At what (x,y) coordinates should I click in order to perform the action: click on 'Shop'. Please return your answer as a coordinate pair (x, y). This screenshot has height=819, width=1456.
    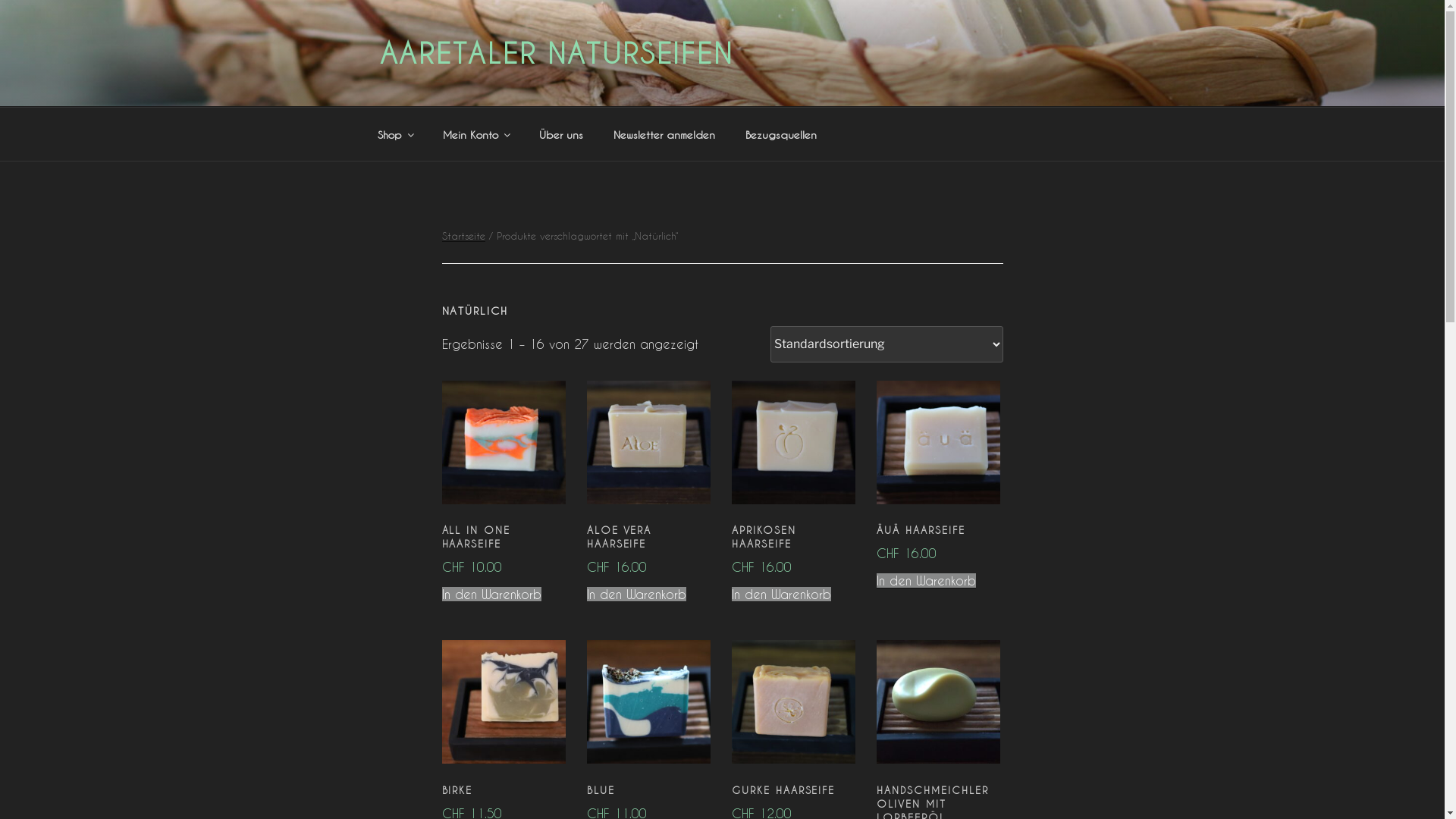
    Looking at the image, I should click on (394, 133).